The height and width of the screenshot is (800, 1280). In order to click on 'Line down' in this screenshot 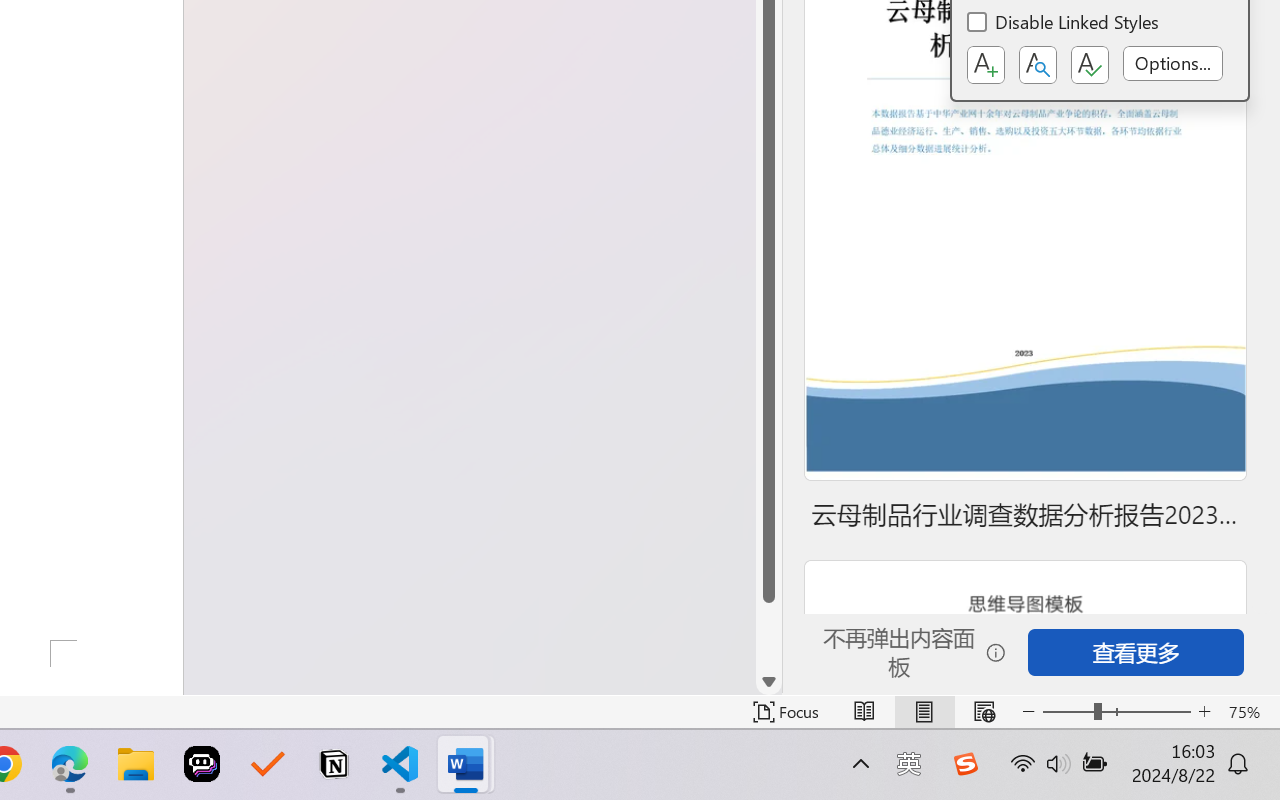, I will do `click(768, 682)`.